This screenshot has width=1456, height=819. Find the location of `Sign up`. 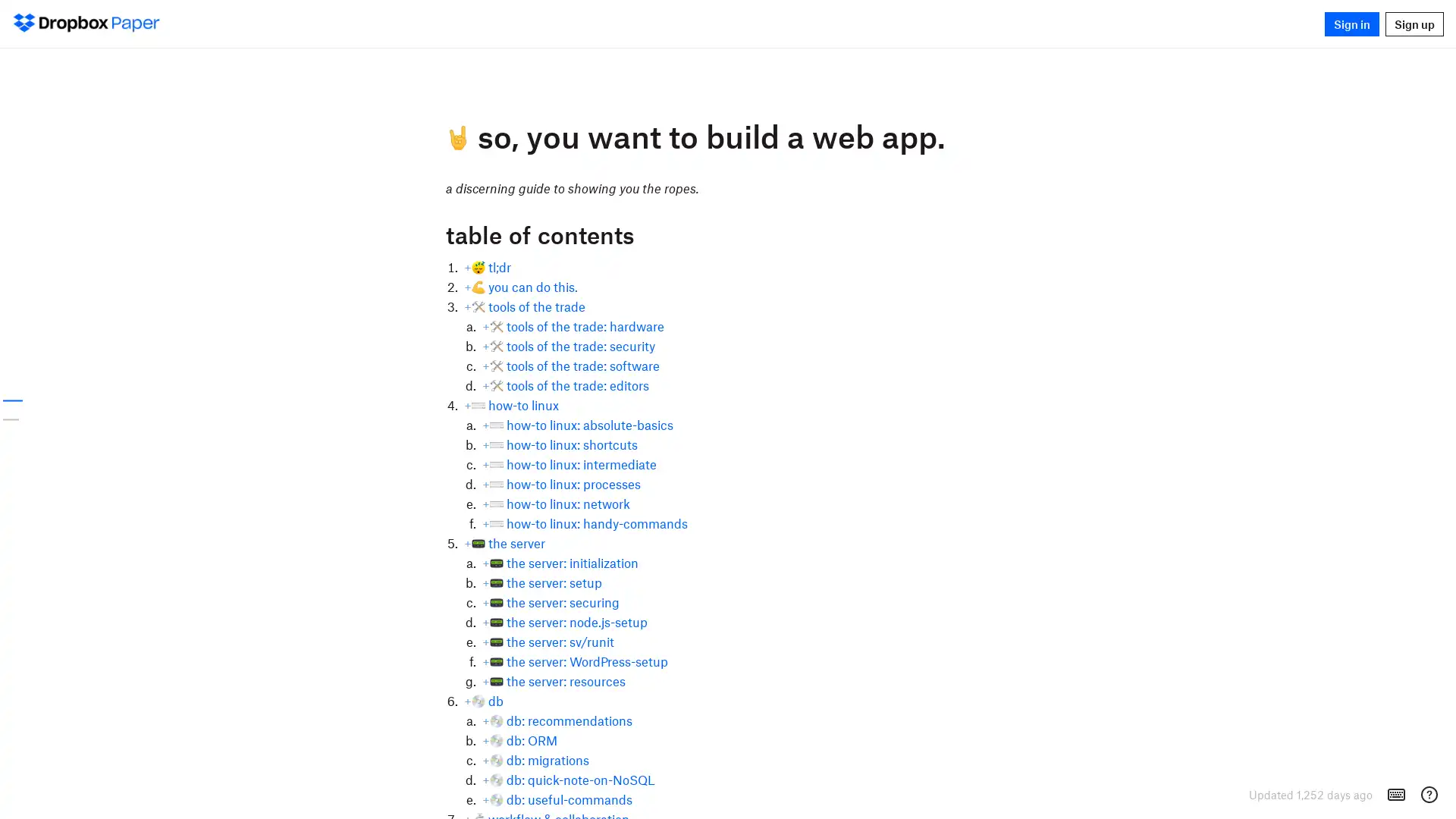

Sign up is located at coordinates (1414, 23).